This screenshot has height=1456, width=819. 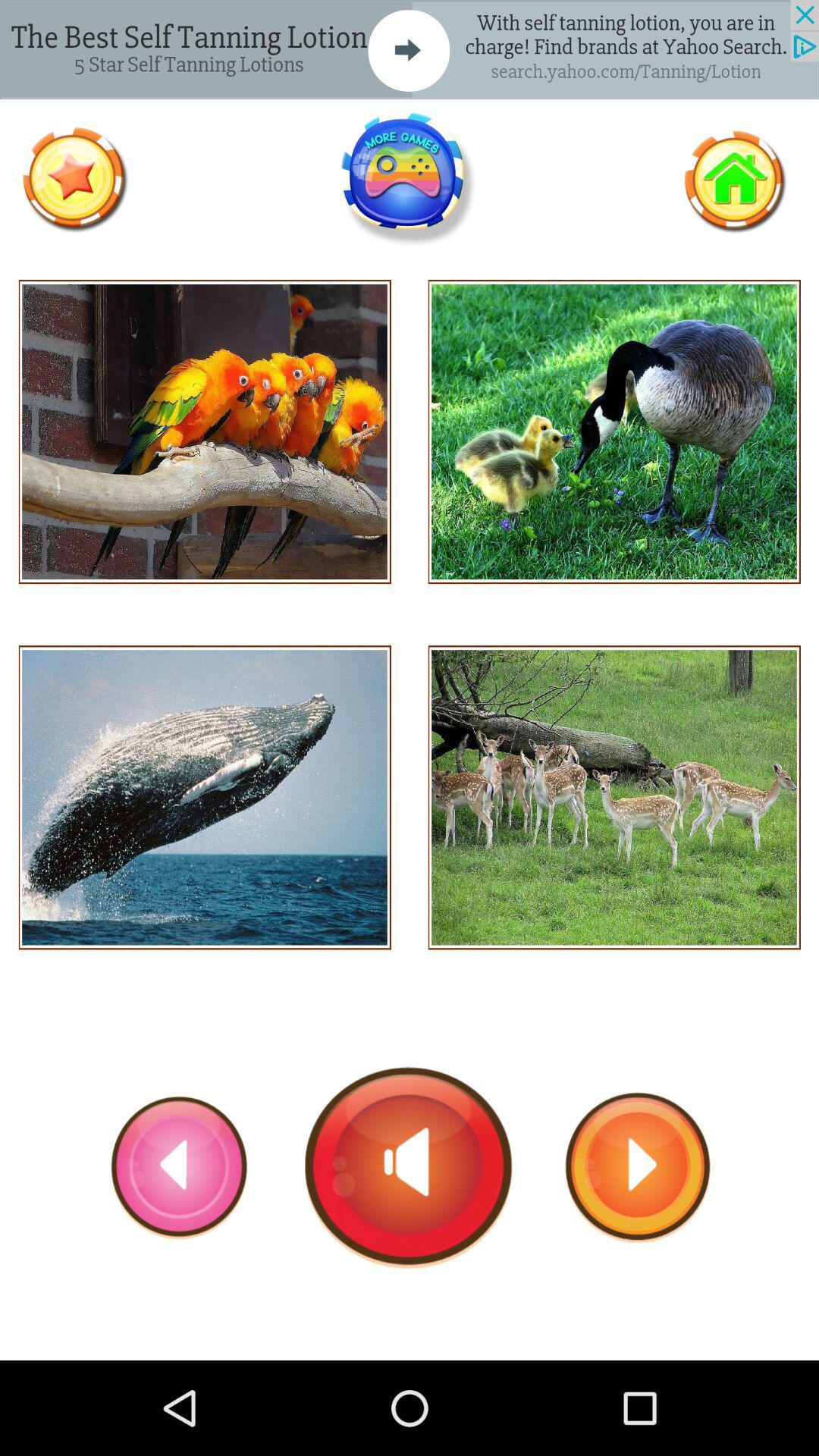 What do you see at coordinates (205, 431) in the screenshot?
I see `photo` at bounding box center [205, 431].